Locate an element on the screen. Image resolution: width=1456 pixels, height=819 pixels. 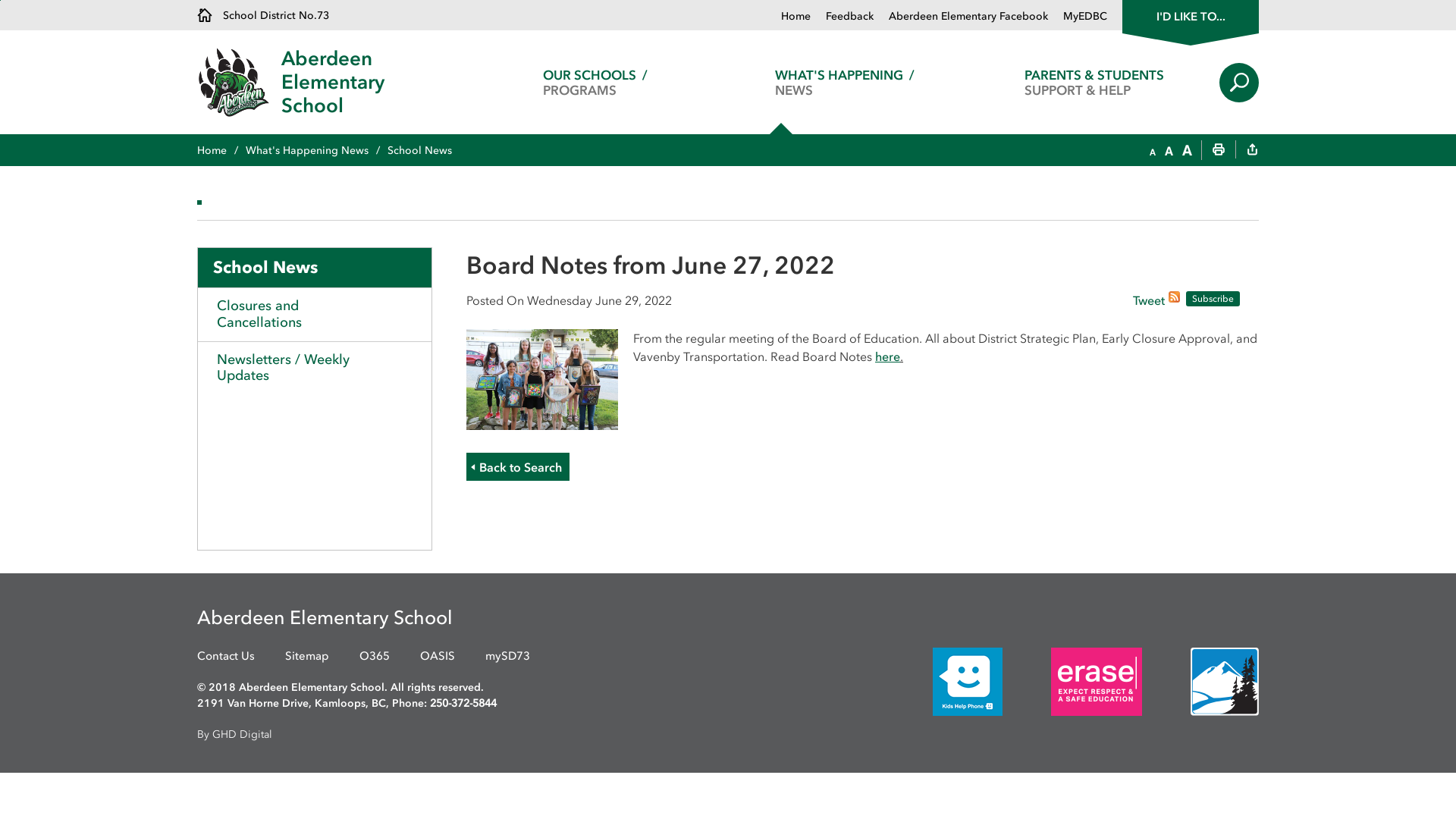
'School District No.73' is located at coordinates (262, 14).